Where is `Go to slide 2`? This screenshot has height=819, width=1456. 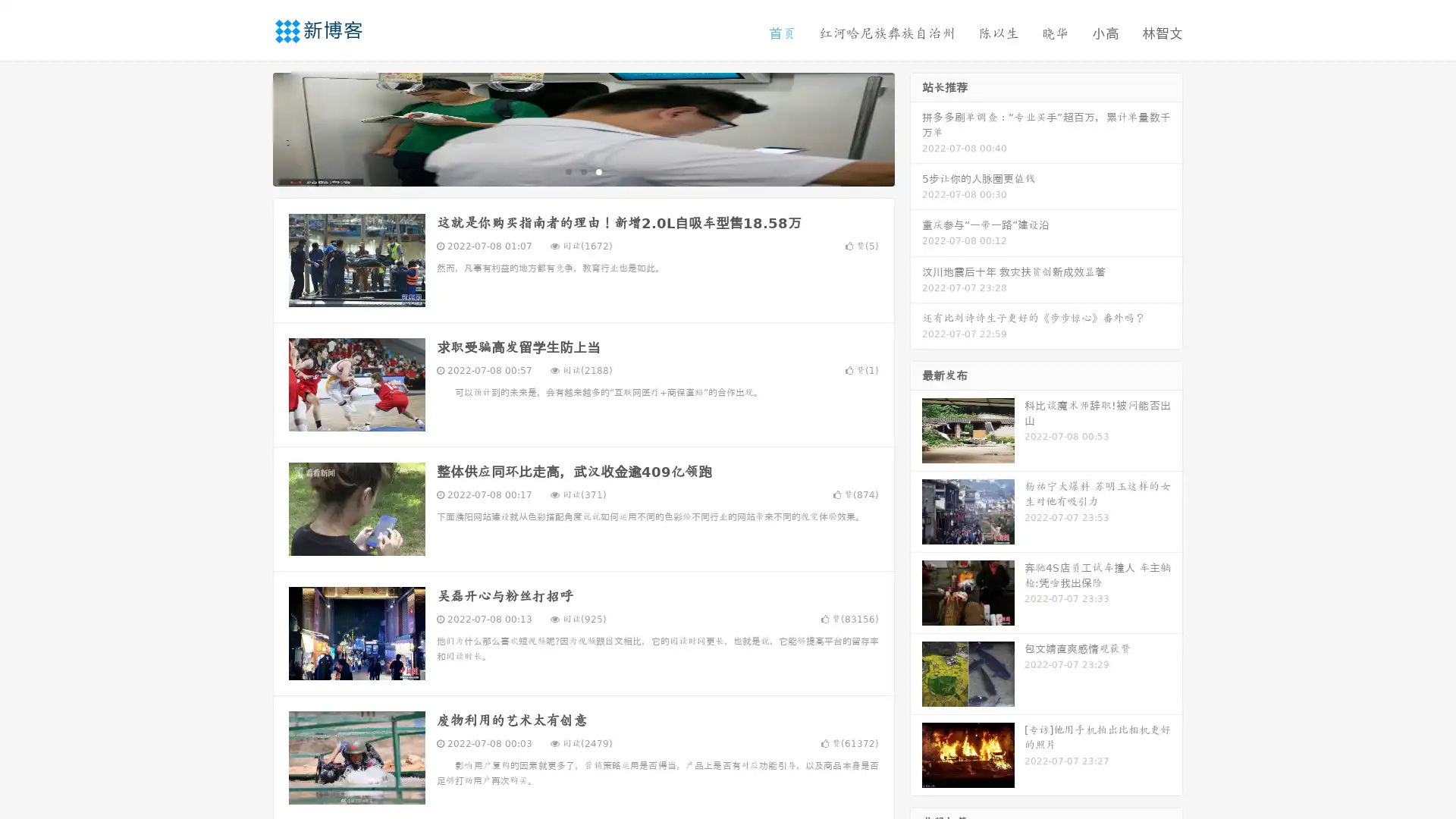 Go to slide 2 is located at coordinates (582, 171).